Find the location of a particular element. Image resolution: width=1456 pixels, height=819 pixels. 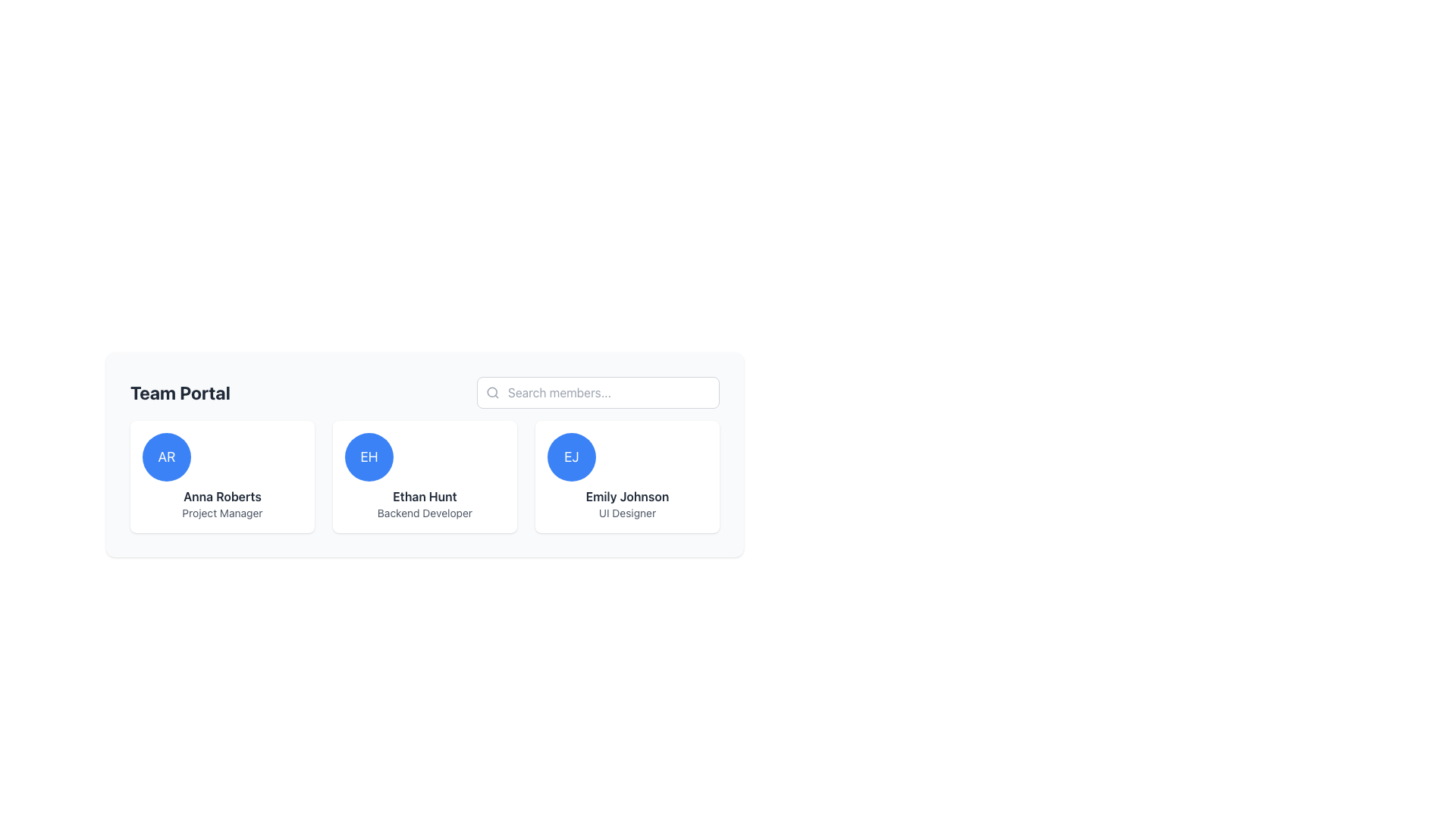

contents of the bold text label displaying 'Emily Johnson', which is located below the circular avatar labeled 'EJ' and above the smaller text 'UI Designer' is located at coordinates (627, 497).